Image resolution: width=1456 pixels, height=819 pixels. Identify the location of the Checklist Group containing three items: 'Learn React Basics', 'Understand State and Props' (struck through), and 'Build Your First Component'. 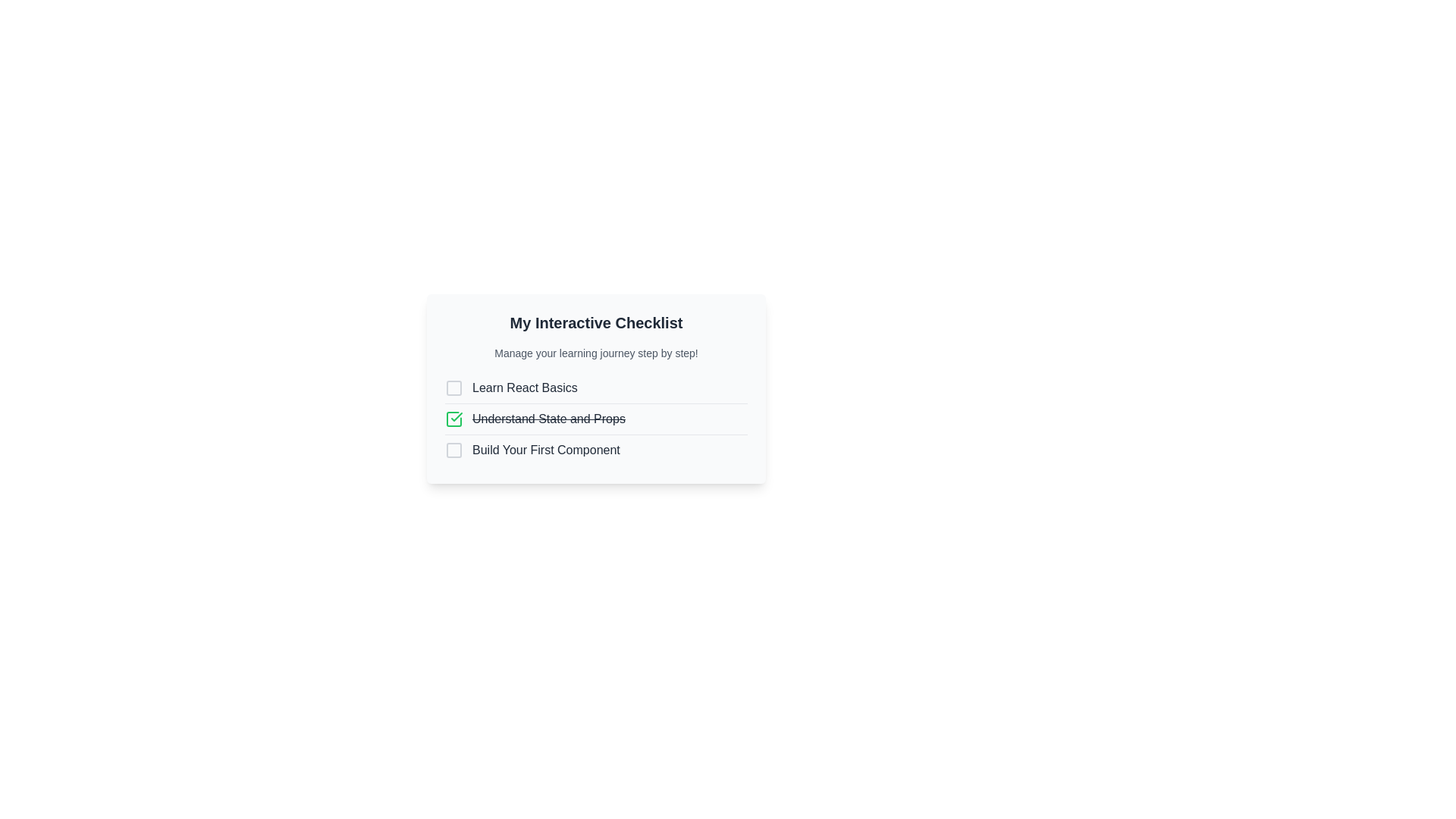
(595, 419).